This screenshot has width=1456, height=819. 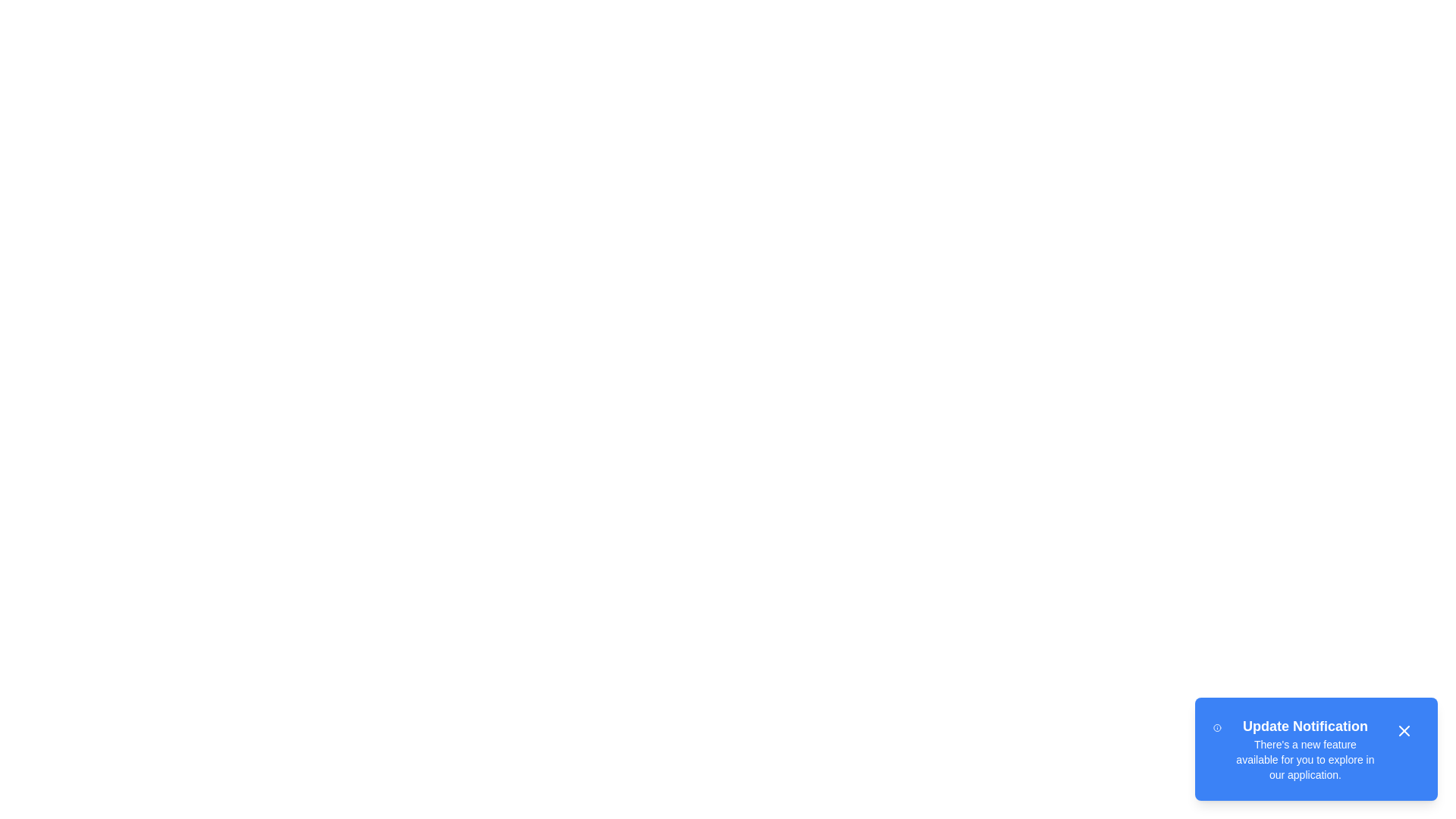 I want to click on the 'Info' icon in the snackbar to trigger additional functionality, so click(x=1216, y=727).